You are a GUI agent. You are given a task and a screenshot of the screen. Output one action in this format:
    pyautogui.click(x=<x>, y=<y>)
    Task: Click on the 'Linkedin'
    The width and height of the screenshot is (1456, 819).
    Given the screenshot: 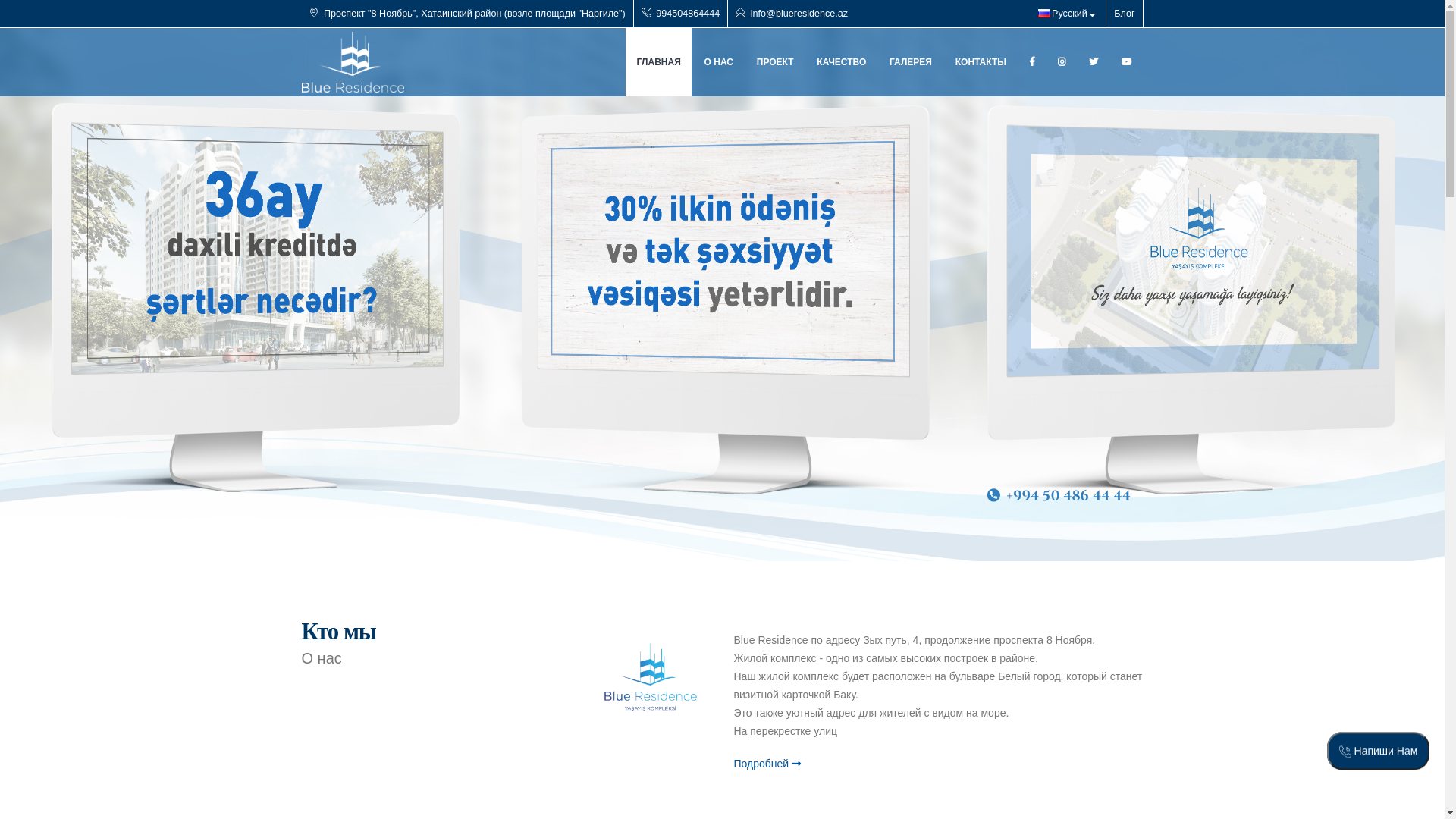 What is the action you would take?
    pyautogui.click(x=1094, y=61)
    